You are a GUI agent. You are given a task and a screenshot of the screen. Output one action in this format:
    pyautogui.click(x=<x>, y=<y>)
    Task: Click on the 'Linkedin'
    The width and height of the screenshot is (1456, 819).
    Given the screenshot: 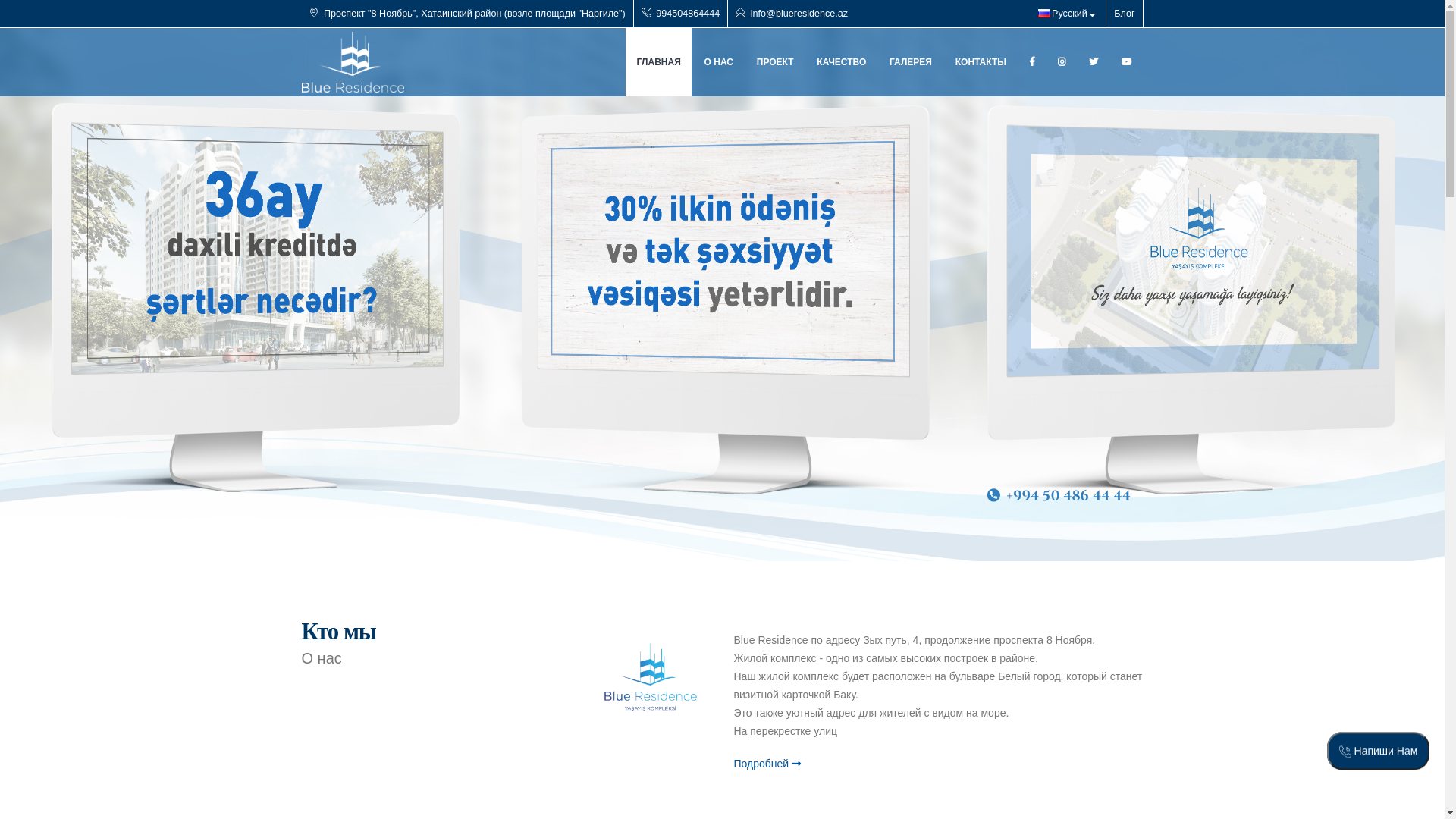 What is the action you would take?
    pyautogui.click(x=1094, y=61)
    